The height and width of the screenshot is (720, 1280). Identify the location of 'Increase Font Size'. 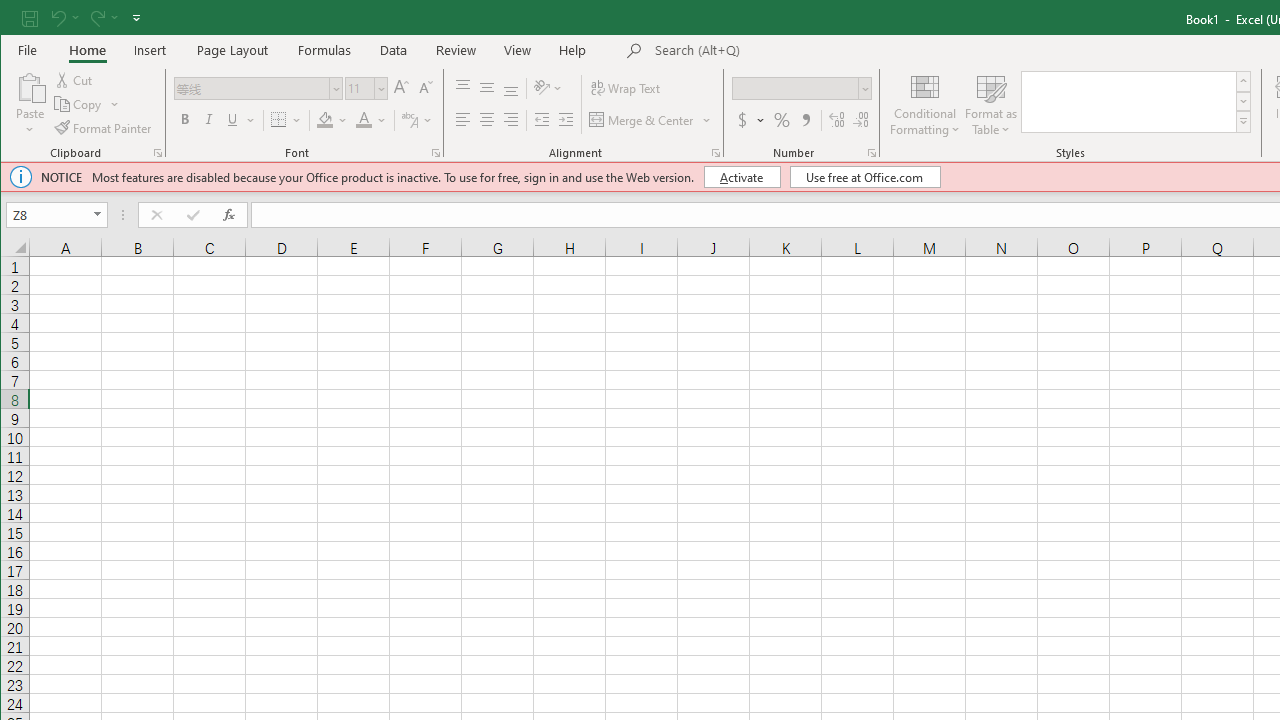
(400, 87).